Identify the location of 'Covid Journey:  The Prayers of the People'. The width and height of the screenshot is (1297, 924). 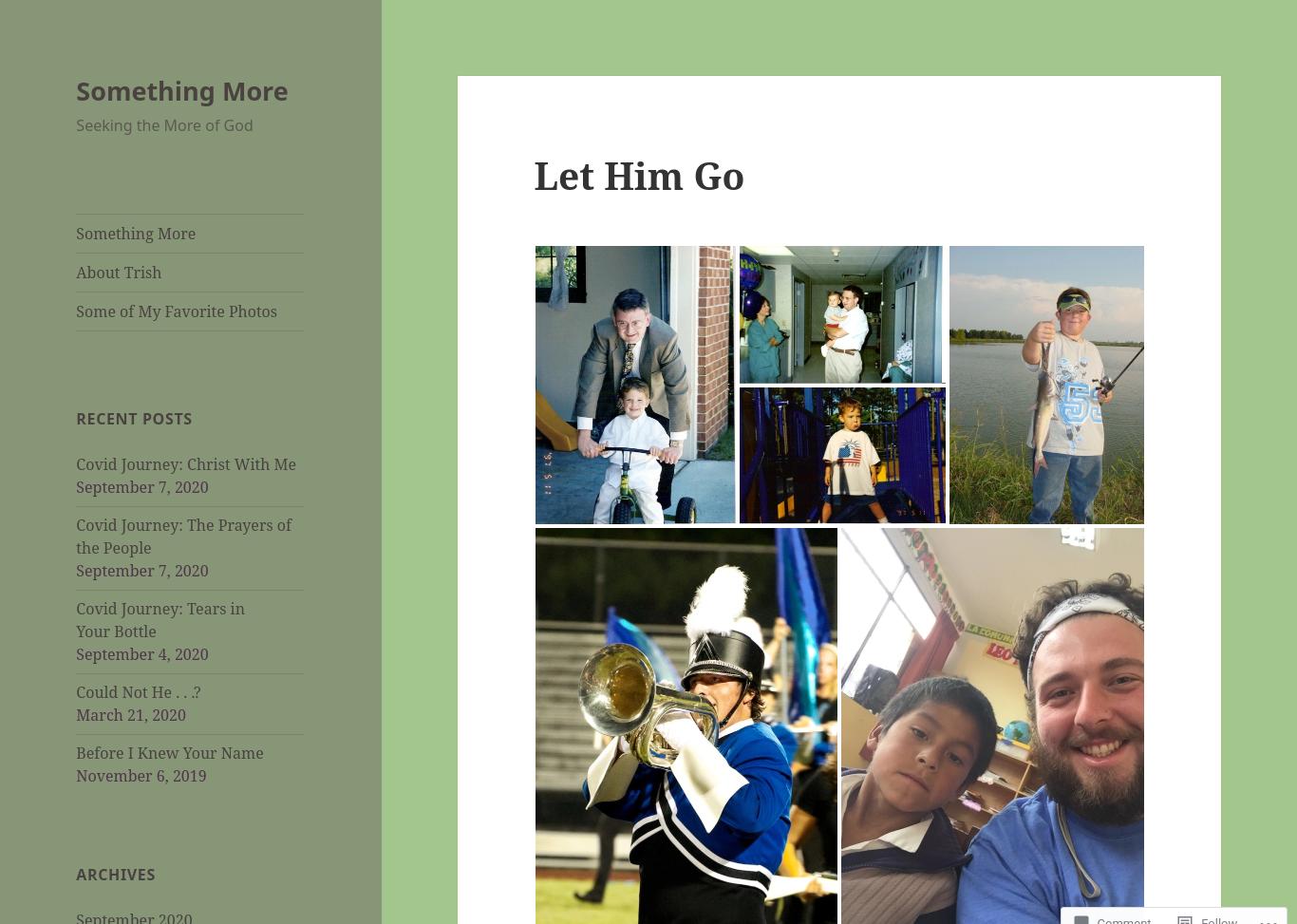
(182, 537).